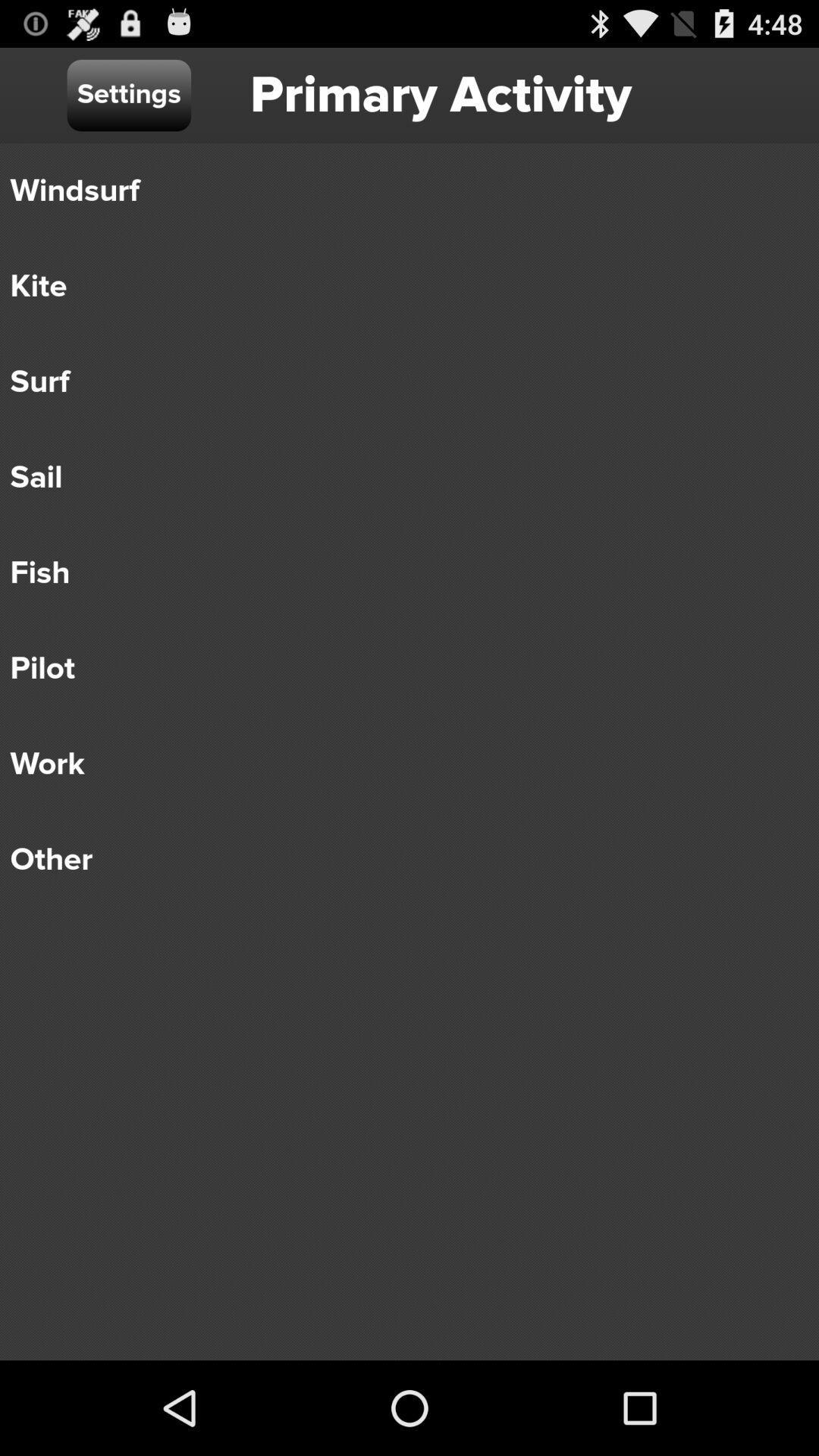  What do you see at coordinates (398, 476) in the screenshot?
I see `the item below surf icon` at bounding box center [398, 476].